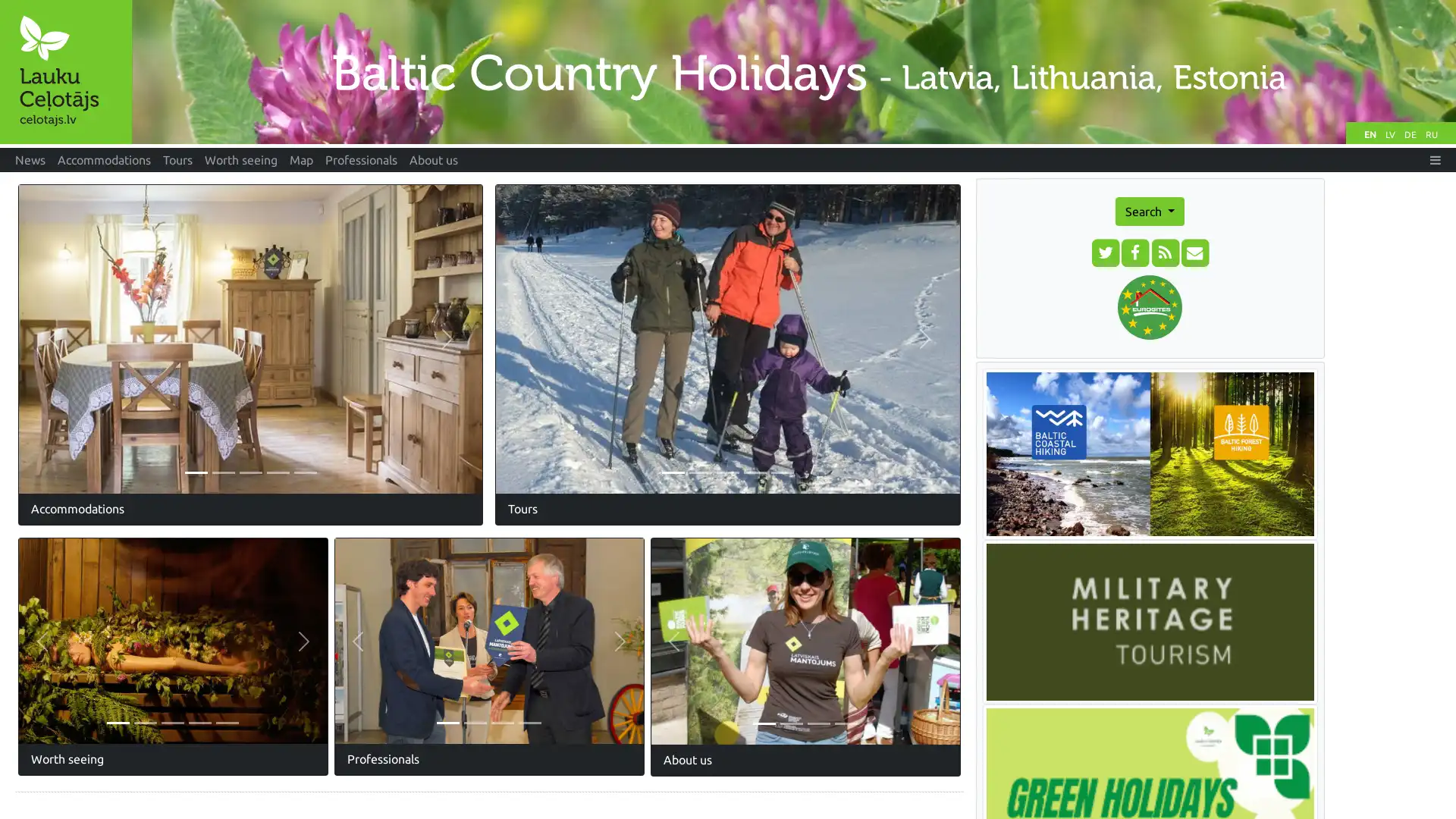  I want to click on Next, so click(447, 338).